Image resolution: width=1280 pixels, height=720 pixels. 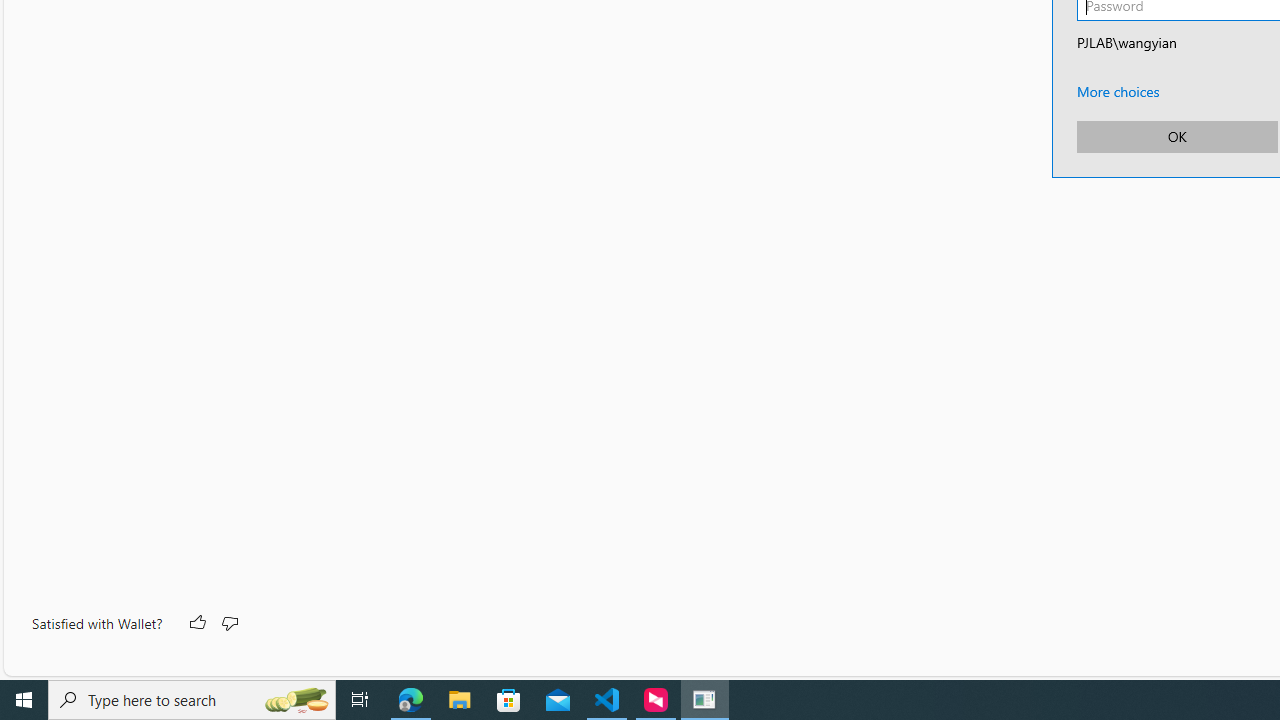 What do you see at coordinates (192, 698) in the screenshot?
I see `'Type here to search'` at bounding box center [192, 698].